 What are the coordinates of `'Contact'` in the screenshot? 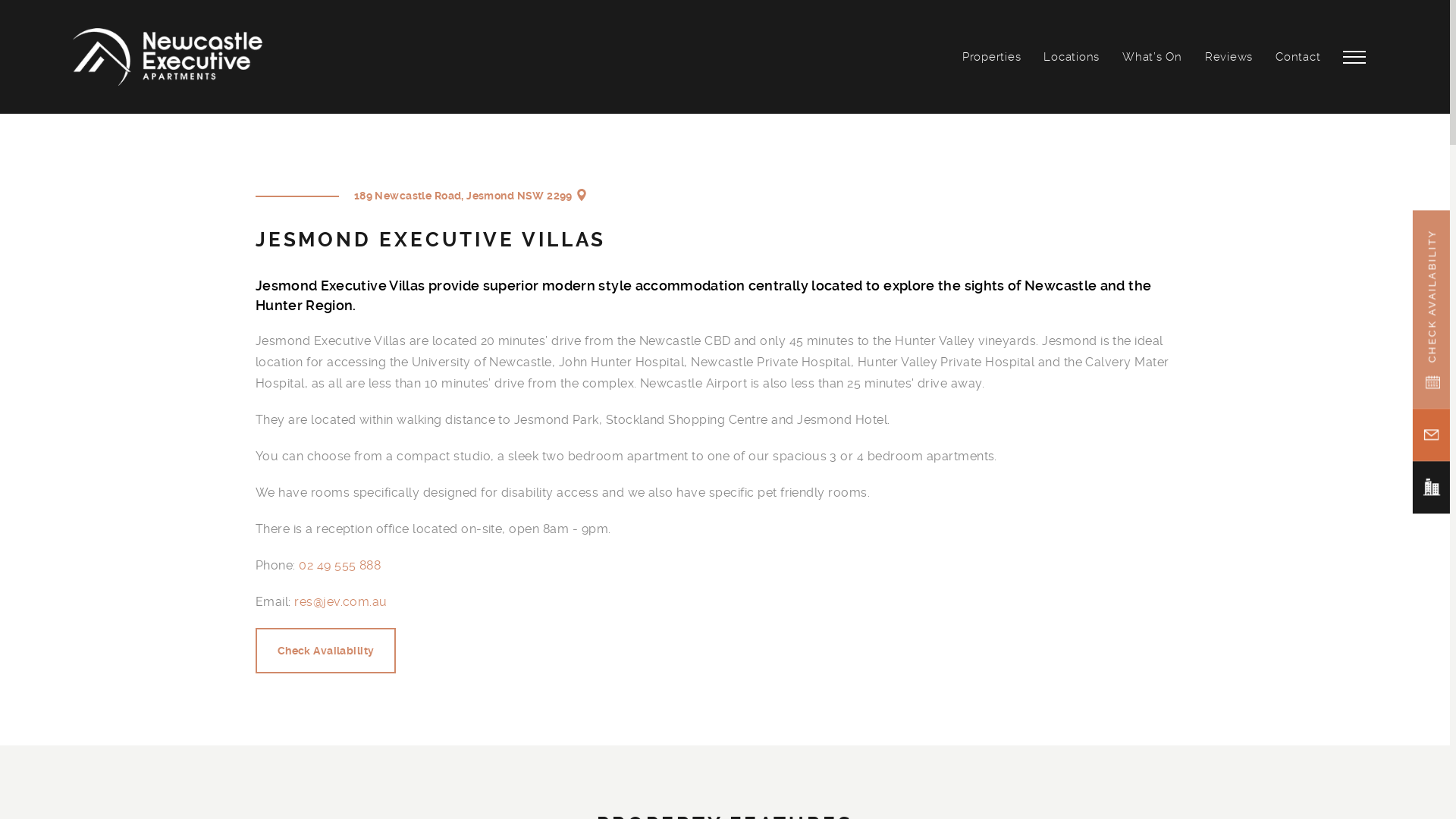 It's located at (1297, 55).